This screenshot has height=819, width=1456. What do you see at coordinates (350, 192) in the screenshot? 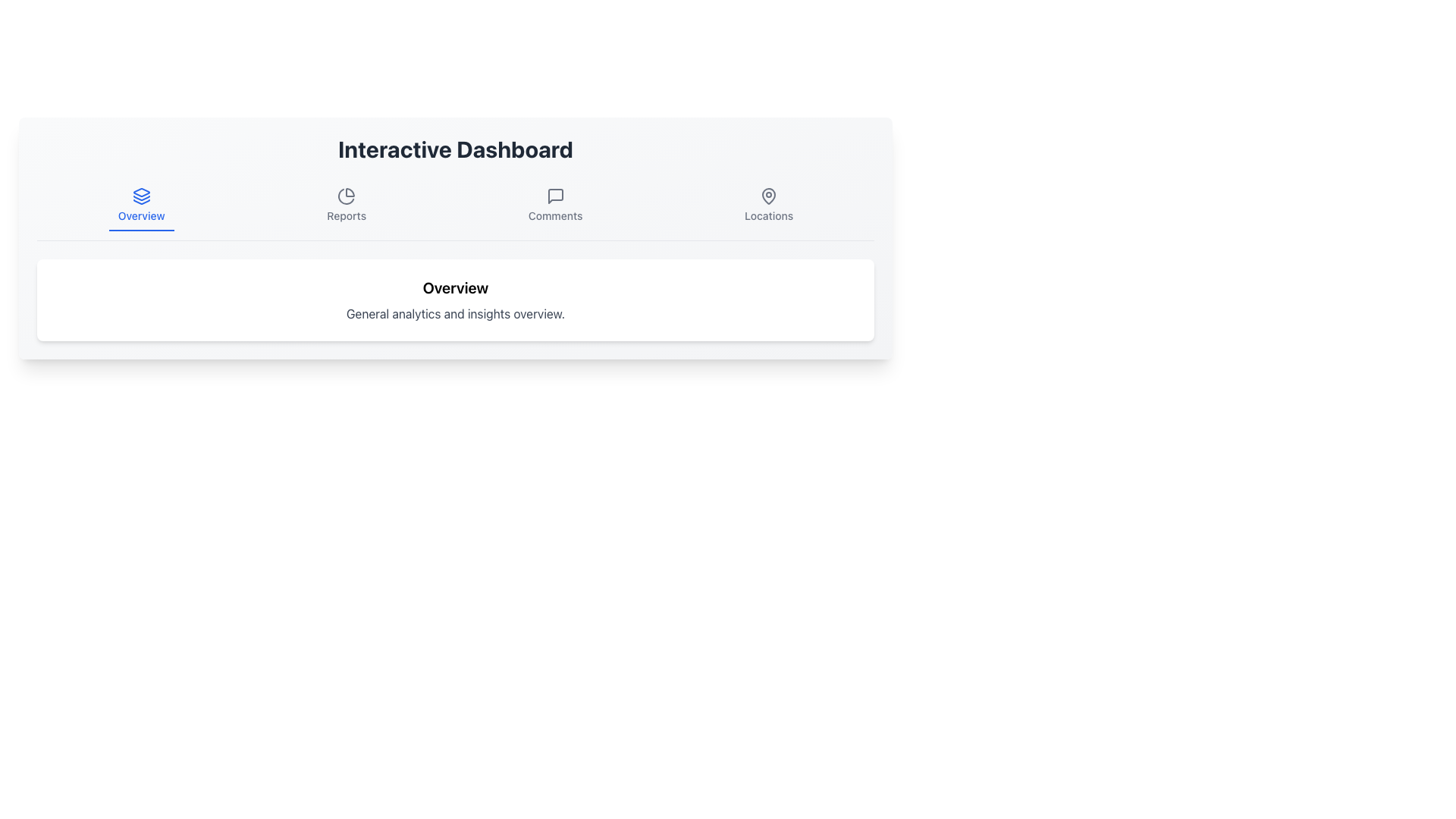
I see `the right-most segment of the pie chart icon, which is located to the right of the 'Interactive Dashboard' title and adjacent to the 'Reports' text label` at bounding box center [350, 192].